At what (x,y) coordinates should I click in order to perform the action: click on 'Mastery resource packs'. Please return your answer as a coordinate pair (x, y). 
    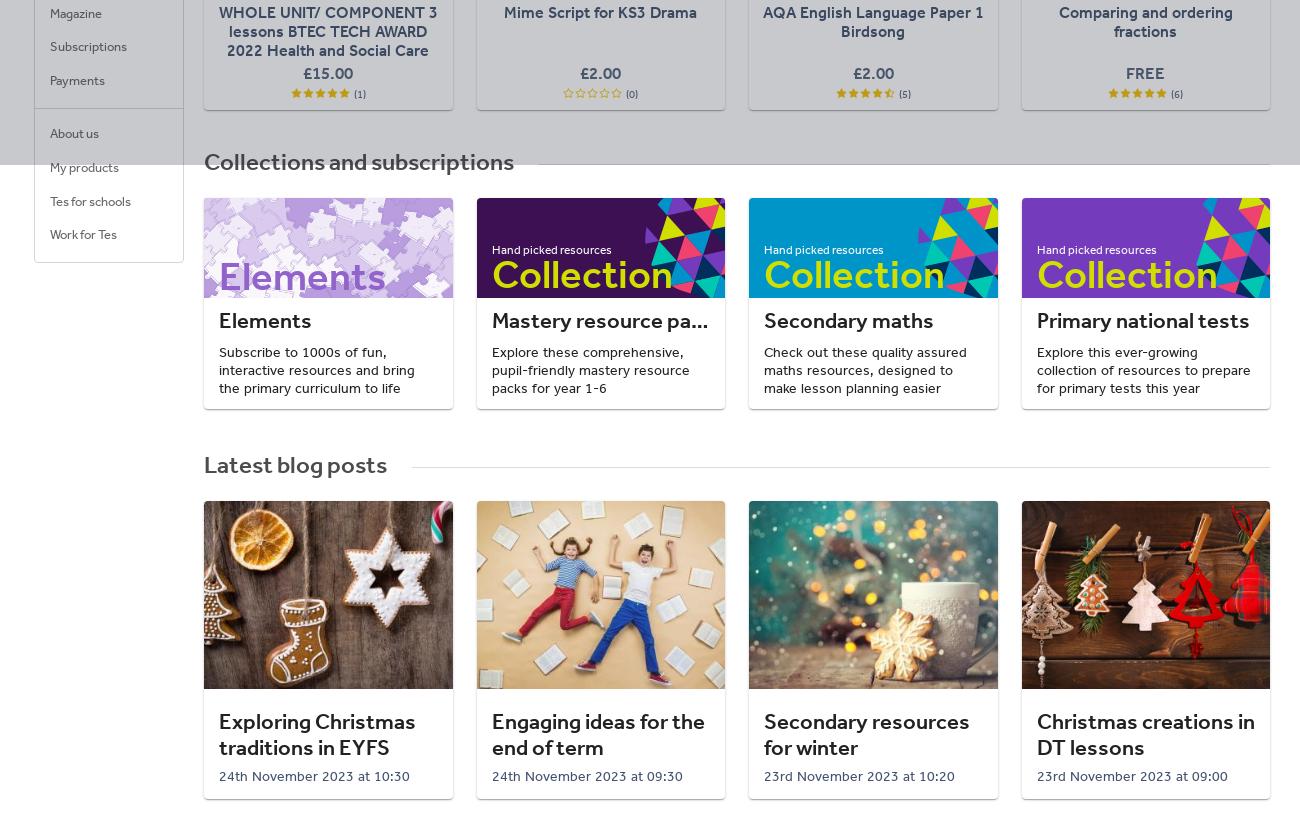
    Looking at the image, I should click on (606, 319).